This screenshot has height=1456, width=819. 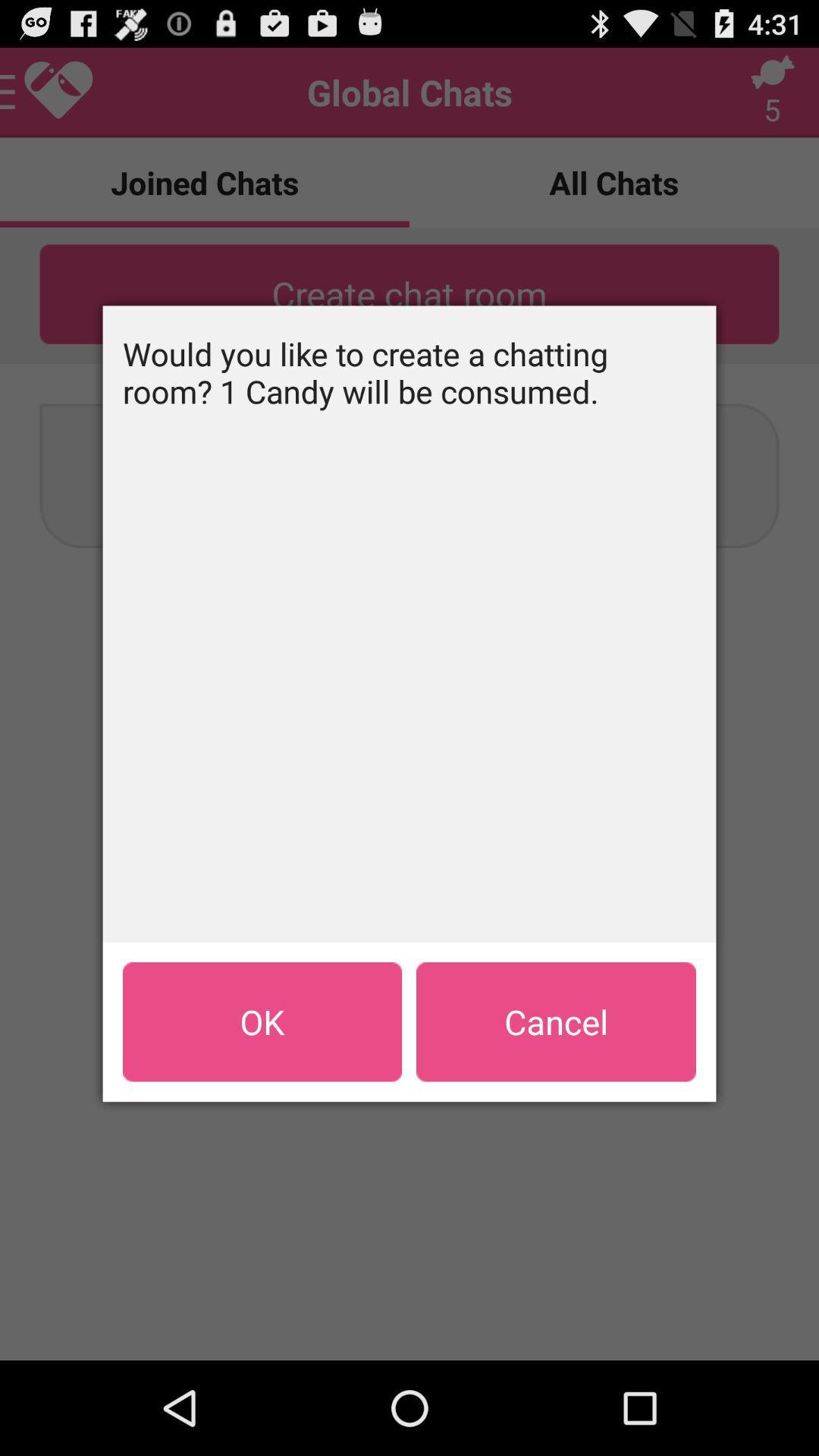 What do you see at coordinates (262, 1021) in the screenshot?
I see `app to the left of cancel icon` at bounding box center [262, 1021].